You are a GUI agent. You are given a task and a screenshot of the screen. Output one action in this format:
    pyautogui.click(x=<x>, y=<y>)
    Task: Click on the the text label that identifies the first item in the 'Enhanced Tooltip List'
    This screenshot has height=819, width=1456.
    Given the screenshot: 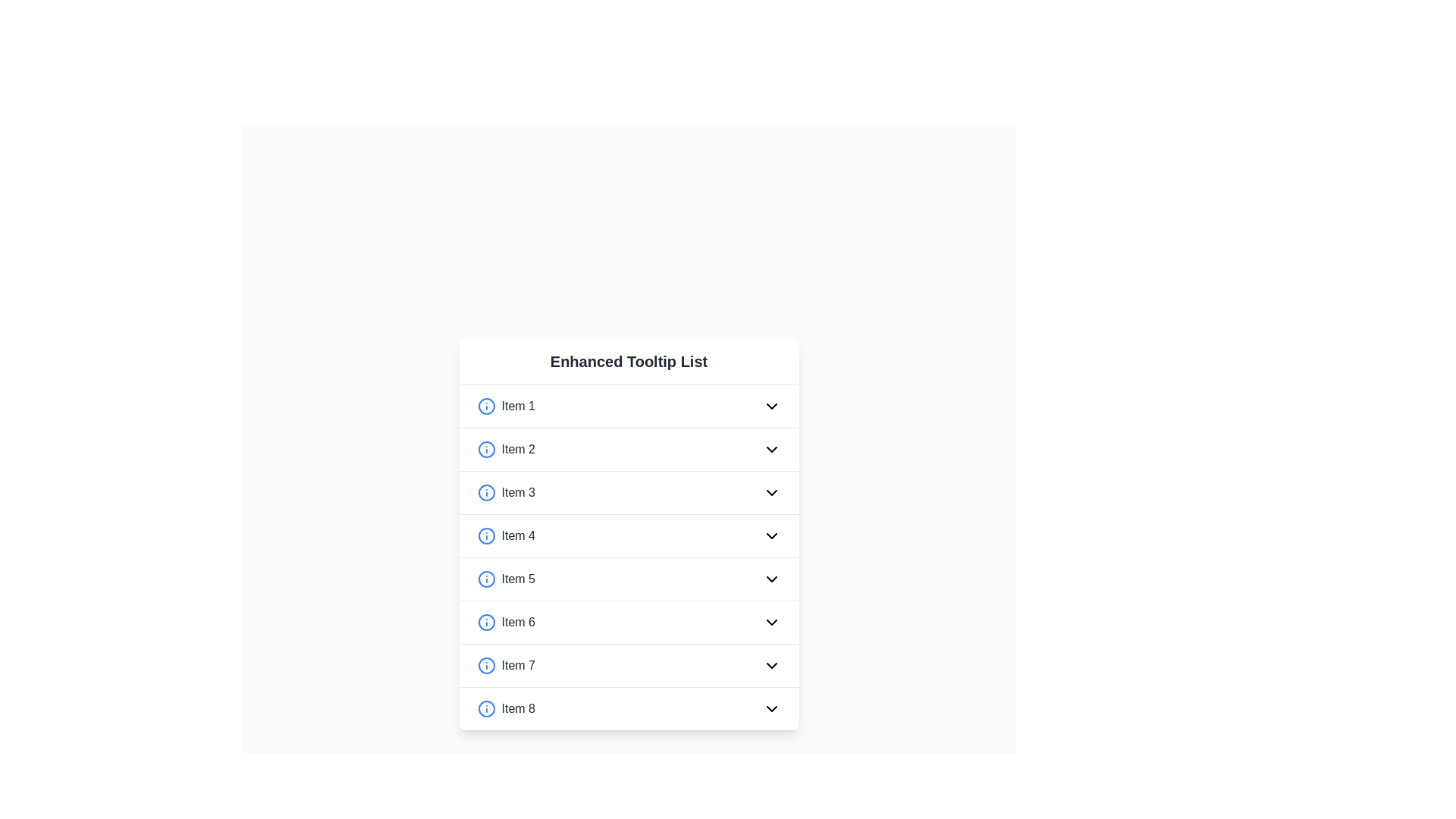 What is the action you would take?
    pyautogui.click(x=518, y=406)
    